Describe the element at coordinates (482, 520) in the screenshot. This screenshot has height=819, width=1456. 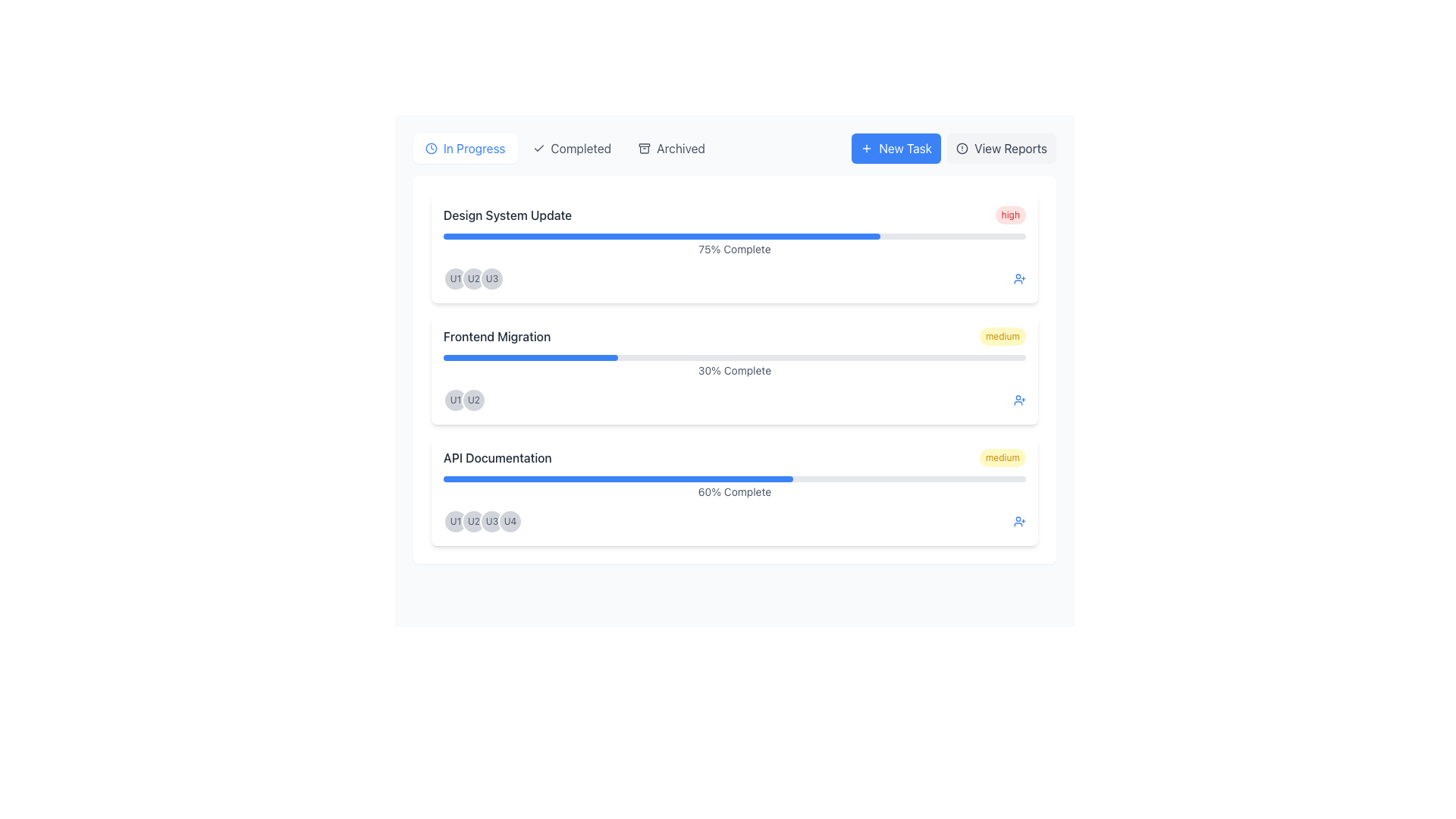
I see `the user icon in the group of avatar components labeled 'U4'` at that location.